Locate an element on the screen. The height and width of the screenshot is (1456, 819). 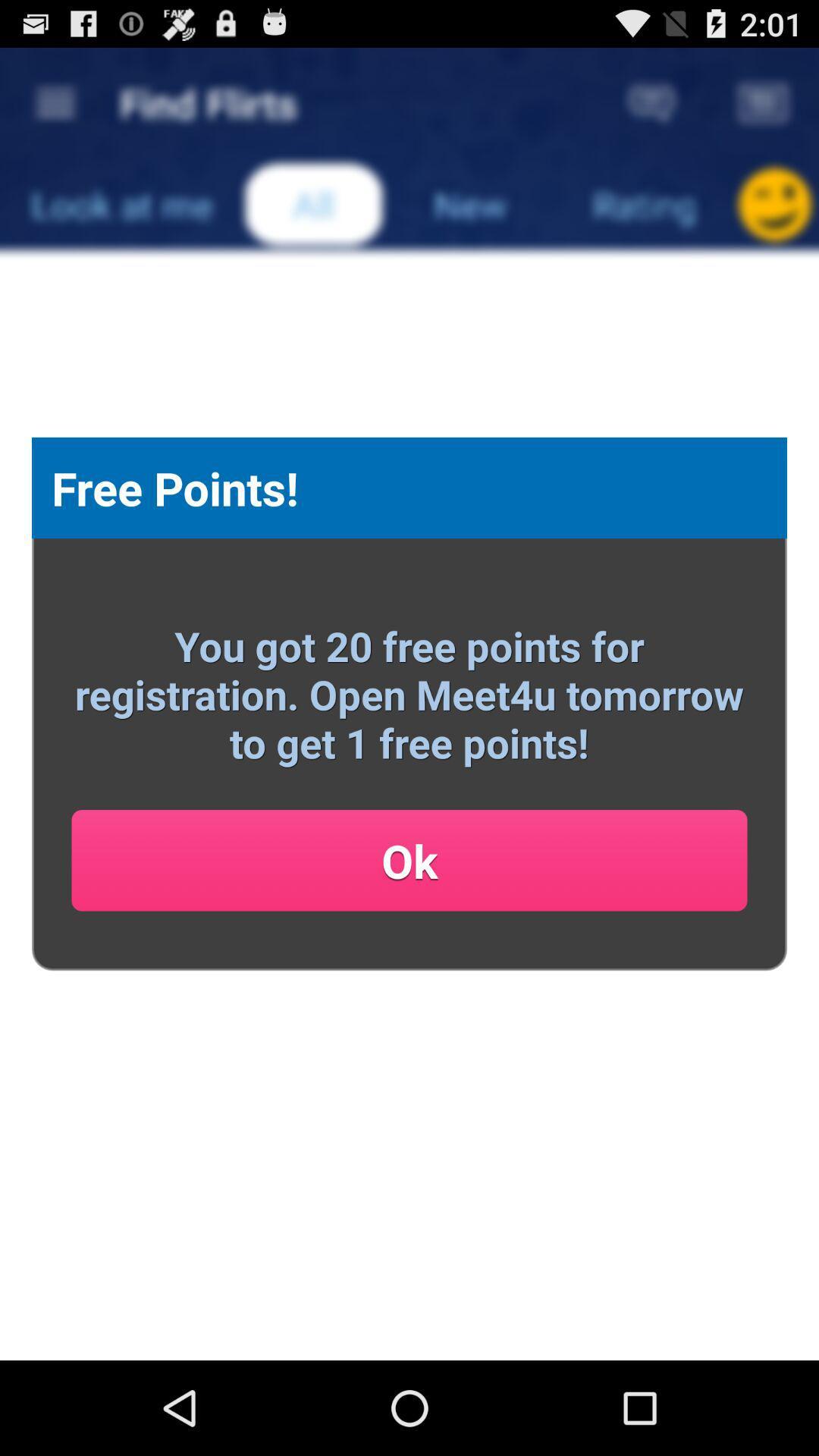
ok is located at coordinates (409, 860).